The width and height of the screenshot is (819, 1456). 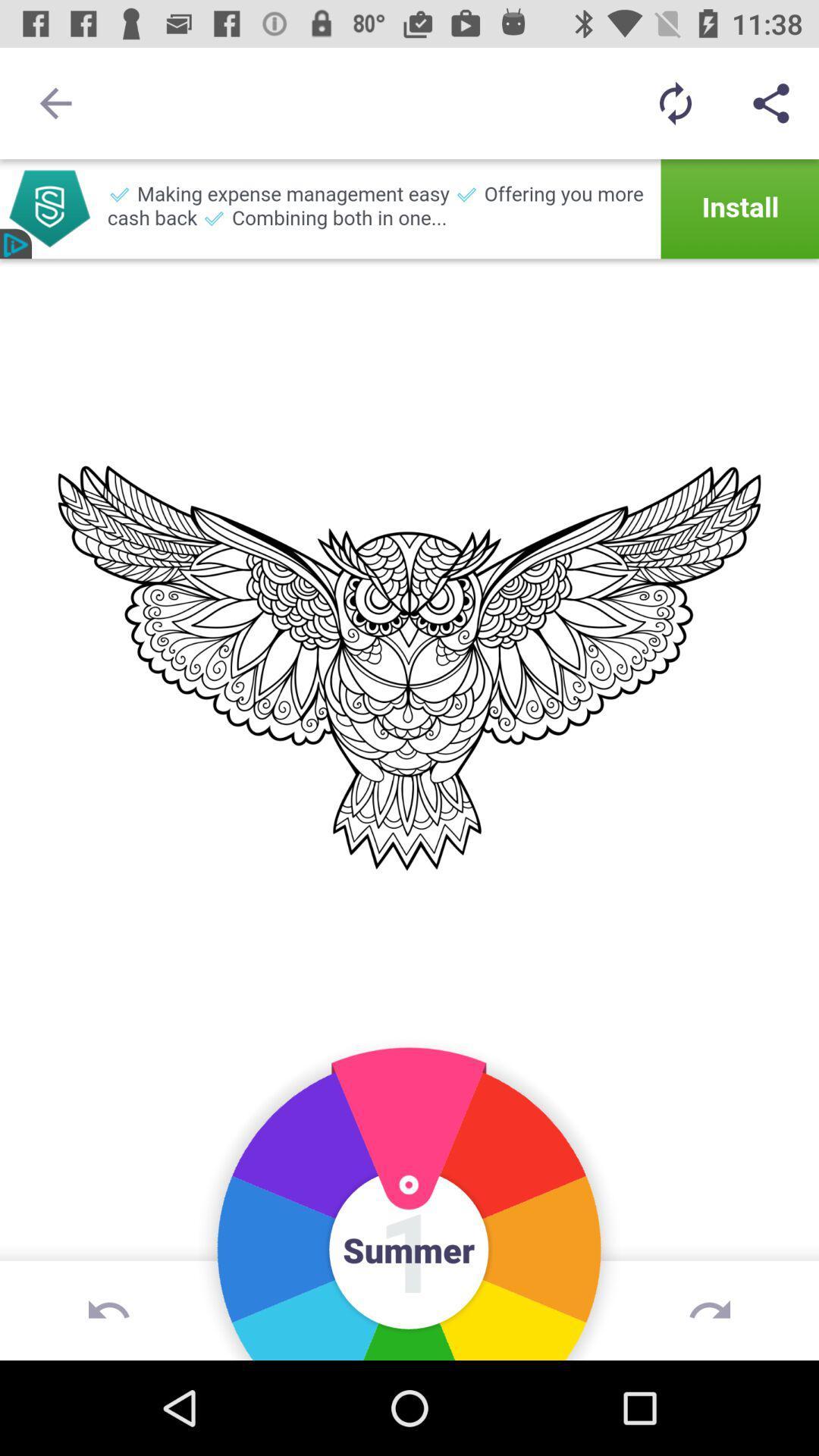 What do you see at coordinates (710, 1310) in the screenshot?
I see `the redo icon` at bounding box center [710, 1310].